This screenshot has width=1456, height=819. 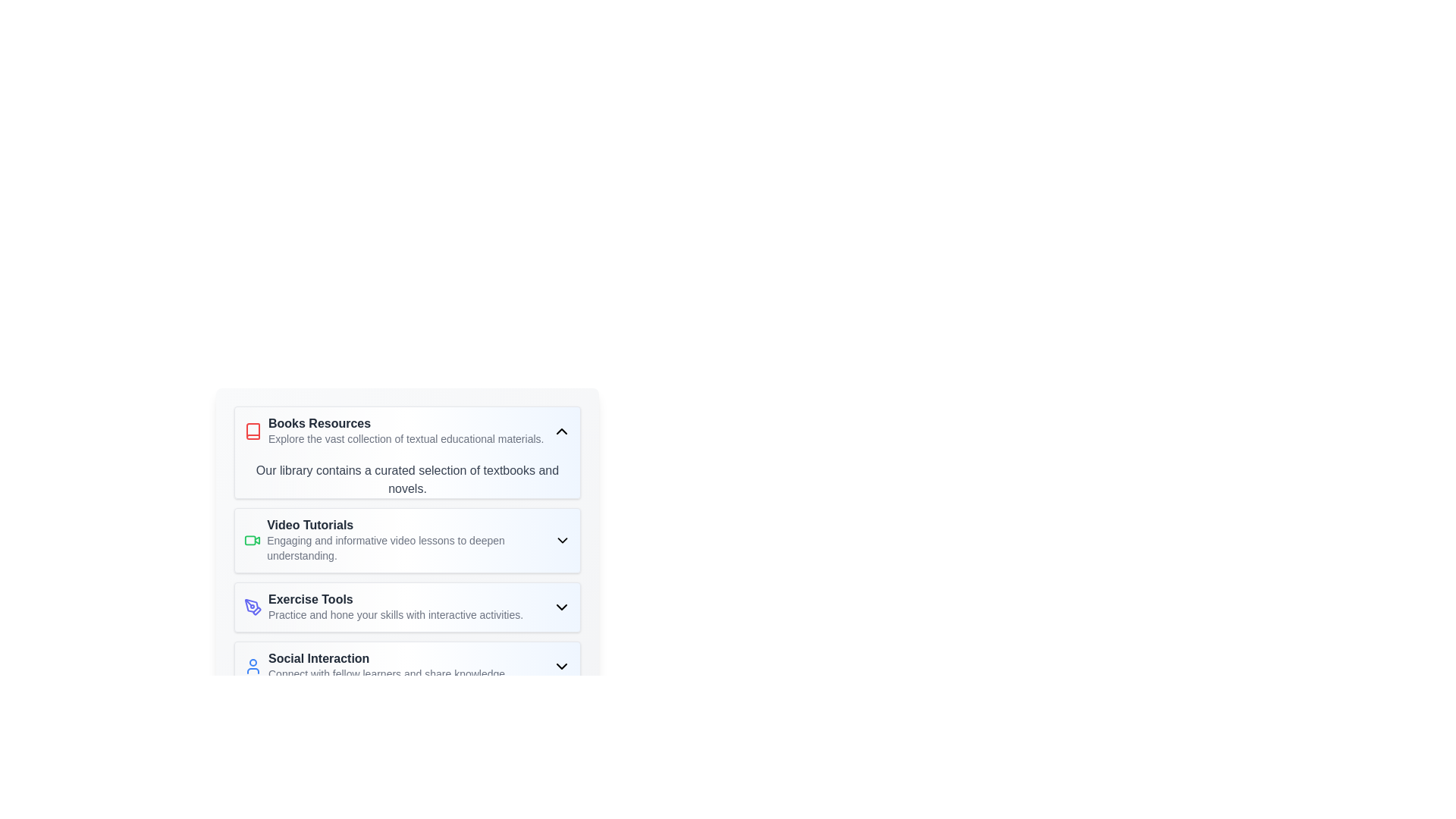 What do you see at coordinates (406, 431) in the screenshot?
I see `details of the composite UI component titled 'Books Resources', which includes a bold title and a descriptive text about educational materials` at bounding box center [406, 431].